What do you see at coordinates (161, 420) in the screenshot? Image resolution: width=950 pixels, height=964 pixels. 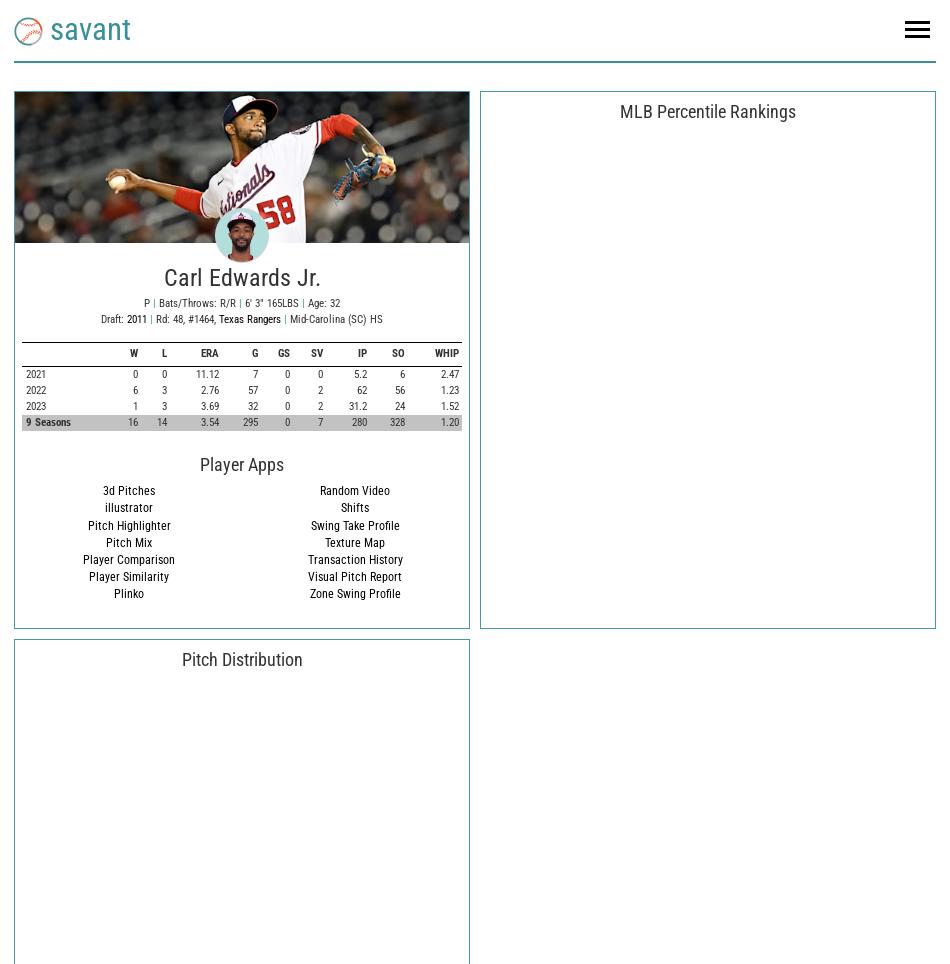 I see `'14'` at bounding box center [161, 420].